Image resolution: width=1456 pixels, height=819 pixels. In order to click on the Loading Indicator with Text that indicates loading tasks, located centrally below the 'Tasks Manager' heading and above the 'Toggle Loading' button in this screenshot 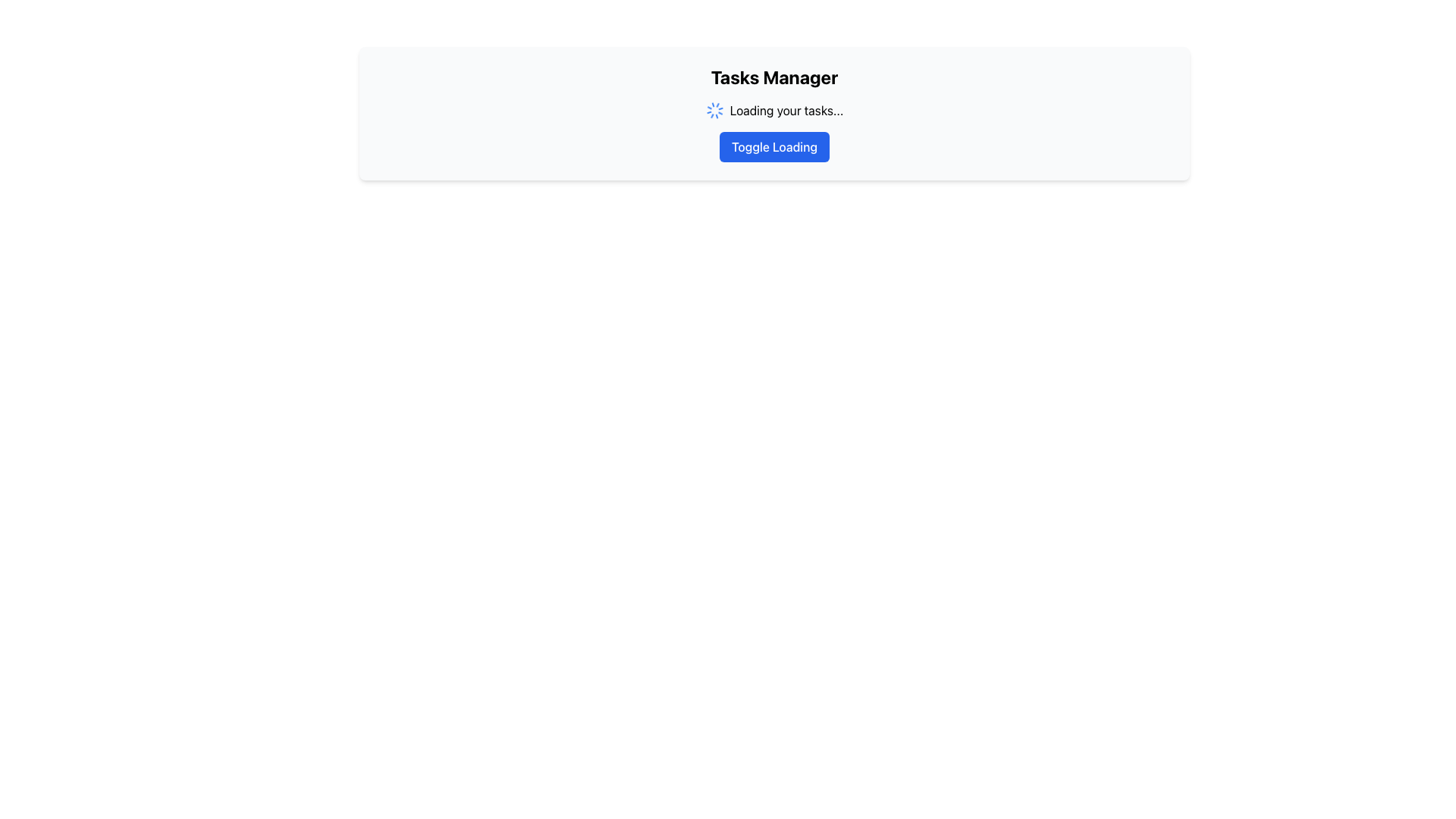, I will do `click(774, 110)`.